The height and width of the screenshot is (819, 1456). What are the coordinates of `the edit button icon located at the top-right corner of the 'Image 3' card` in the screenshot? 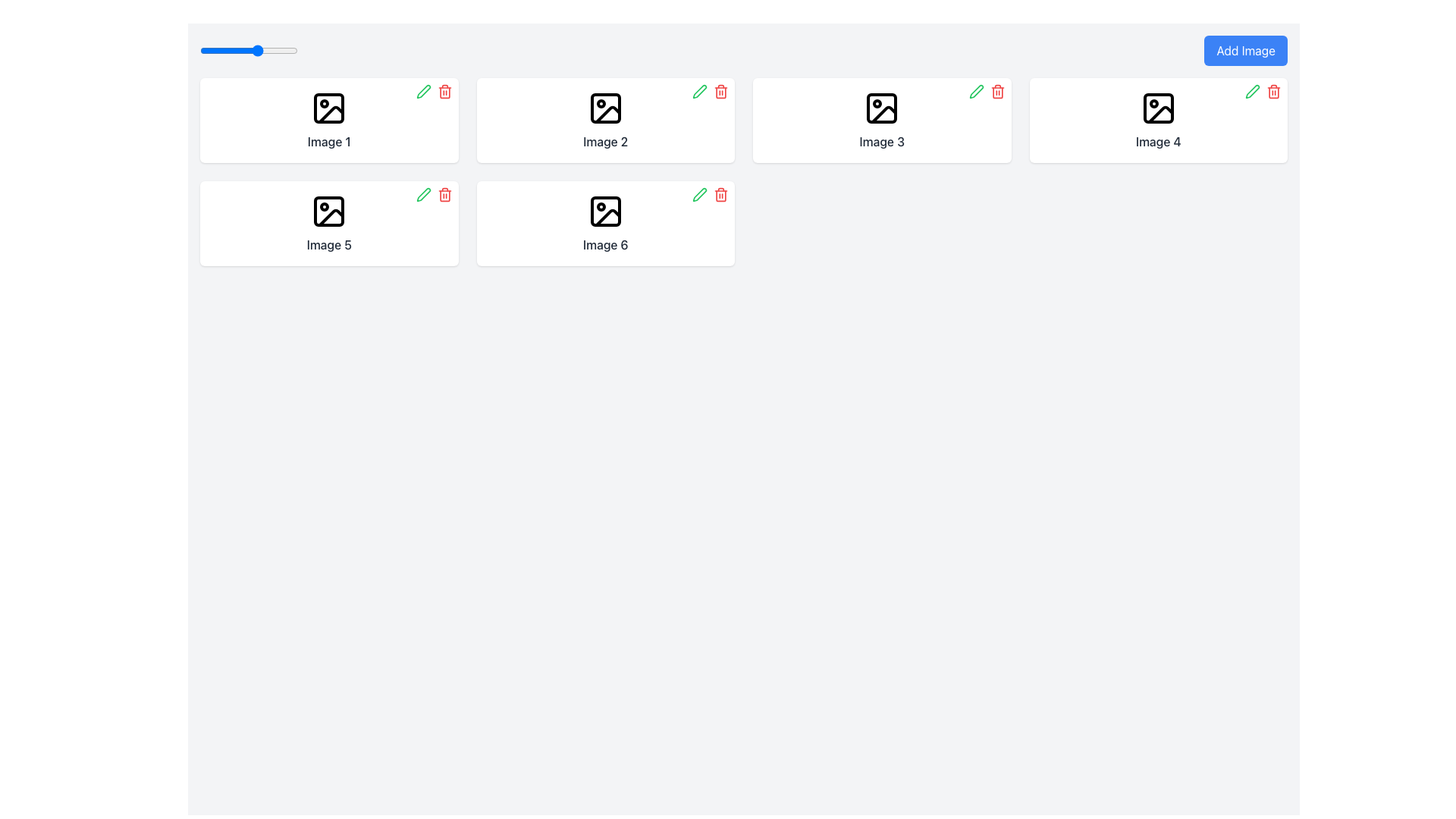 It's located at (976, 91).